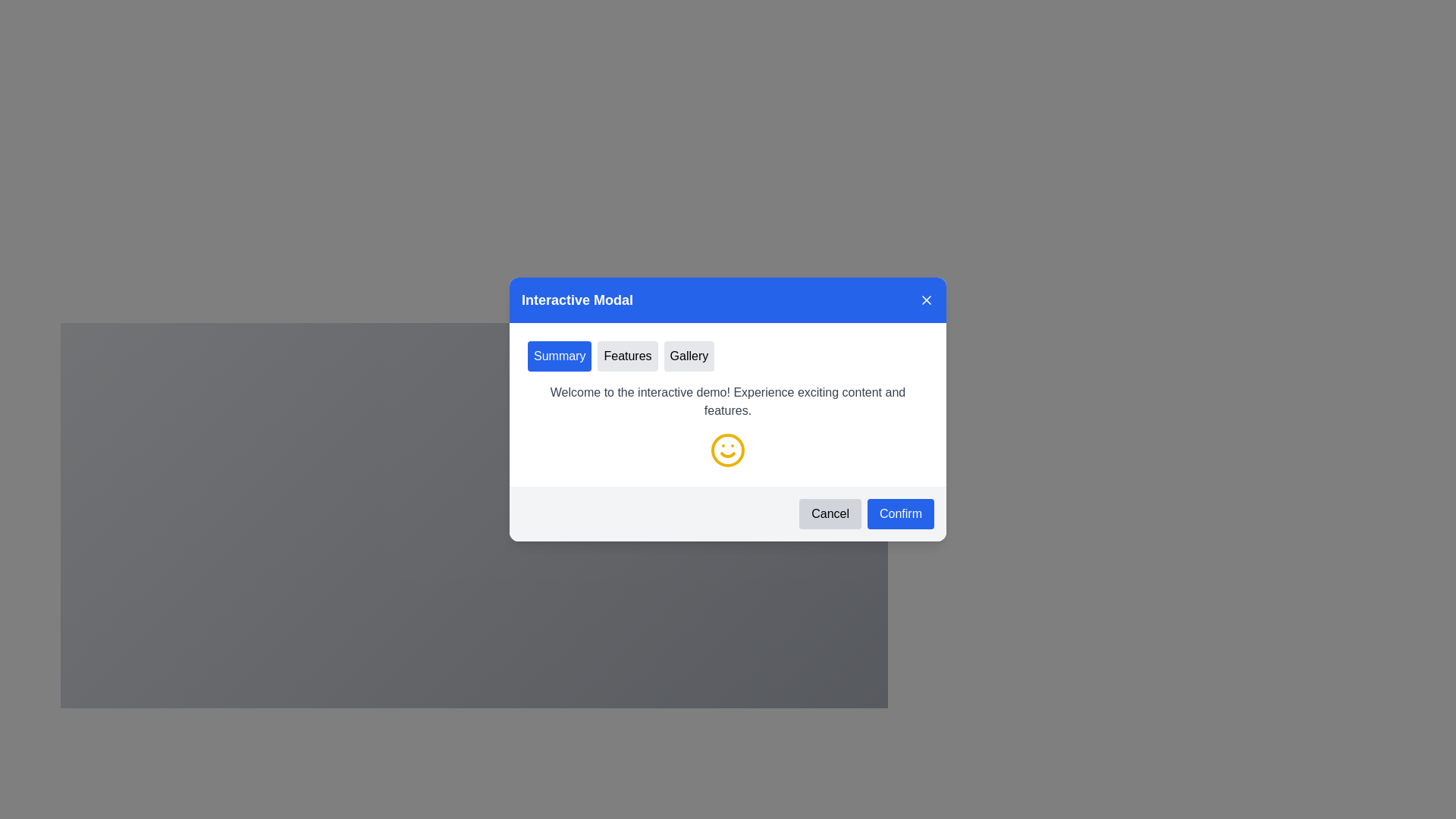 The width and height of the screenshot is (1456, 819). What do you see at coordinates (728, 450) in the screenshot?
I see `the decorative icon located directly underneath the welcome text in the modal dialog` at bounding box center [728, 450].